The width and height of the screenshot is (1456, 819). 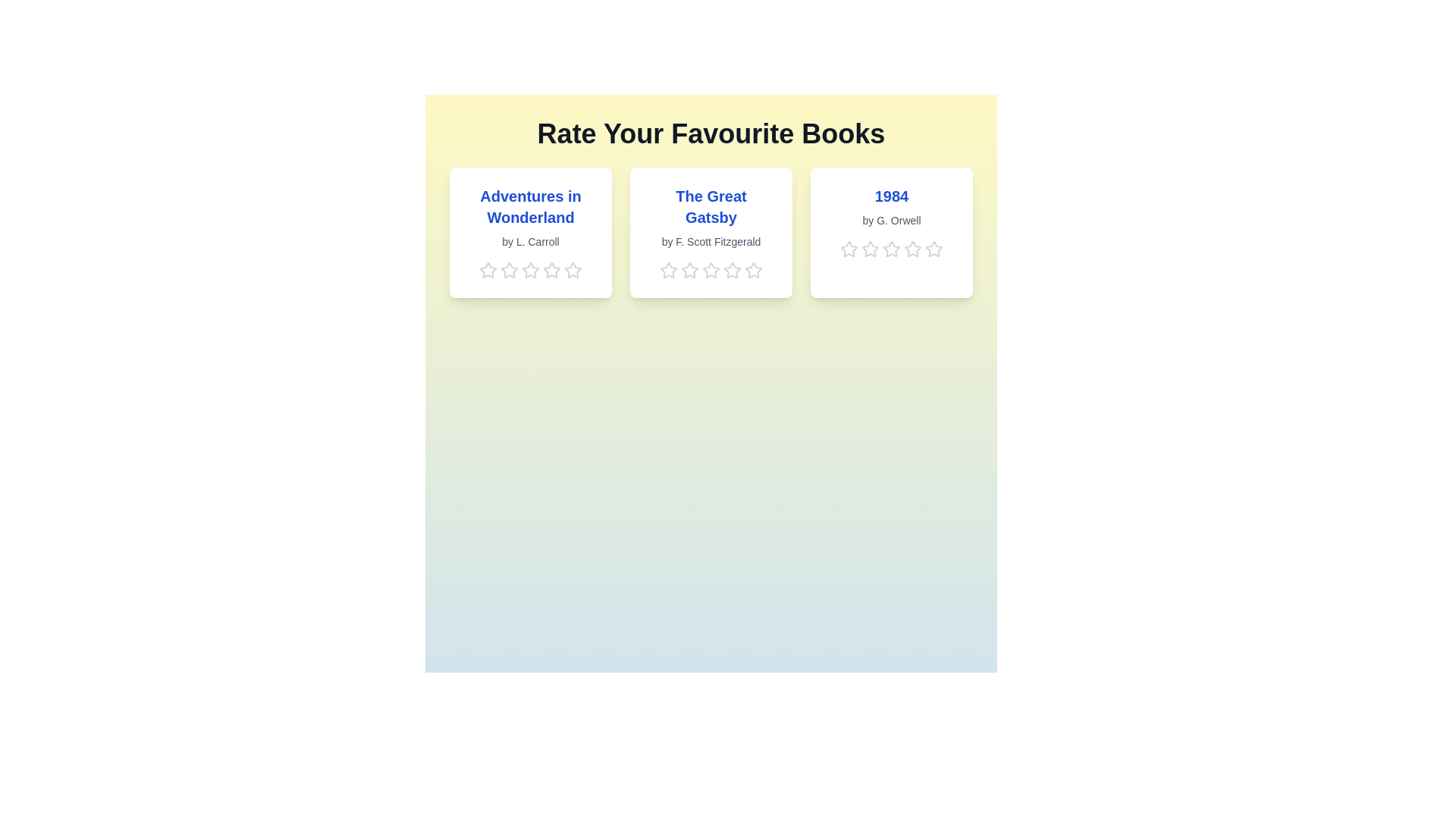 I want to click on the 3 star for the book titled '1984', so click(x=892, y=248).